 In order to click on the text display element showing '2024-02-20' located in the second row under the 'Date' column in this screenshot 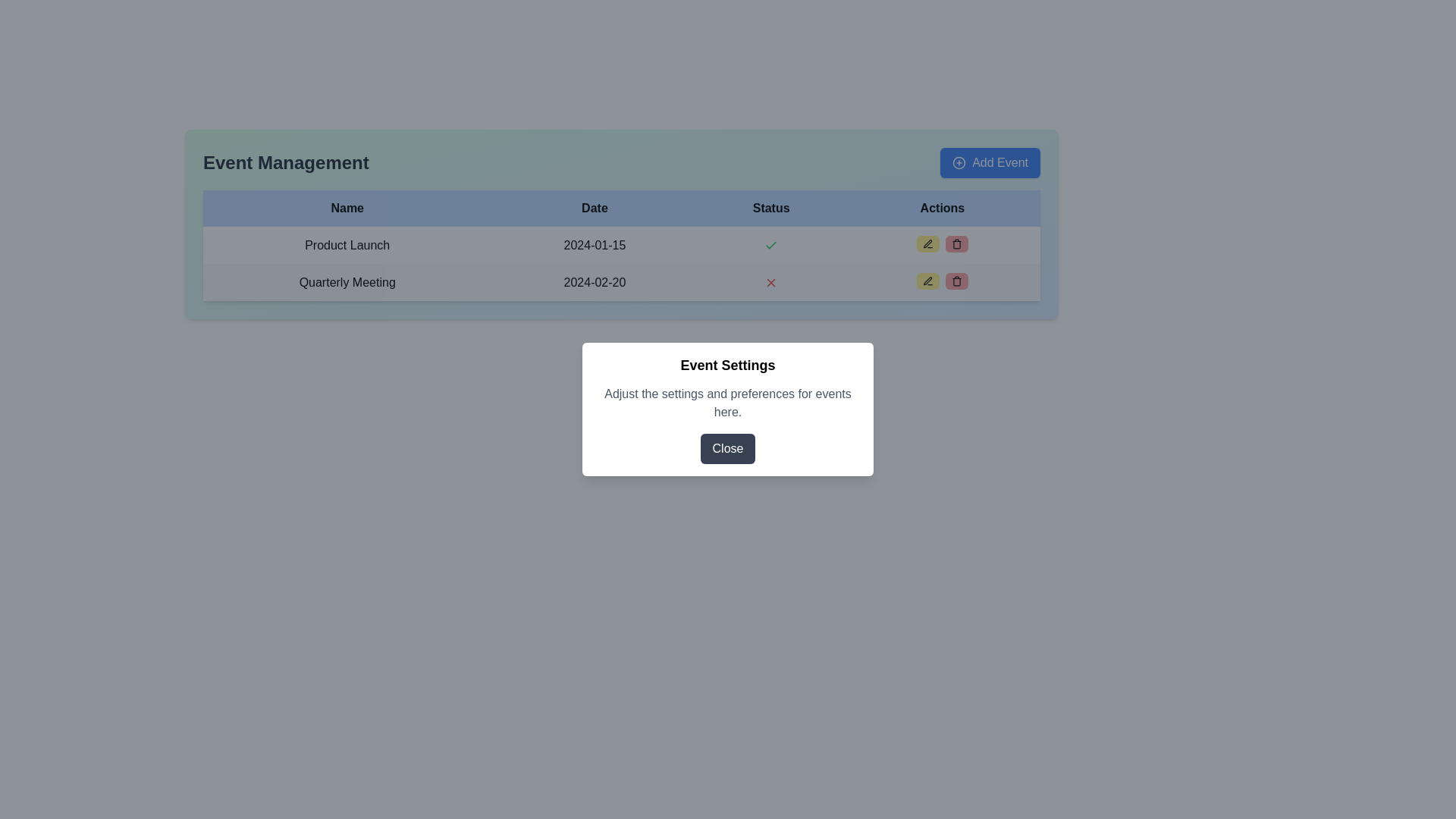, I will do `click(622, 282)`.